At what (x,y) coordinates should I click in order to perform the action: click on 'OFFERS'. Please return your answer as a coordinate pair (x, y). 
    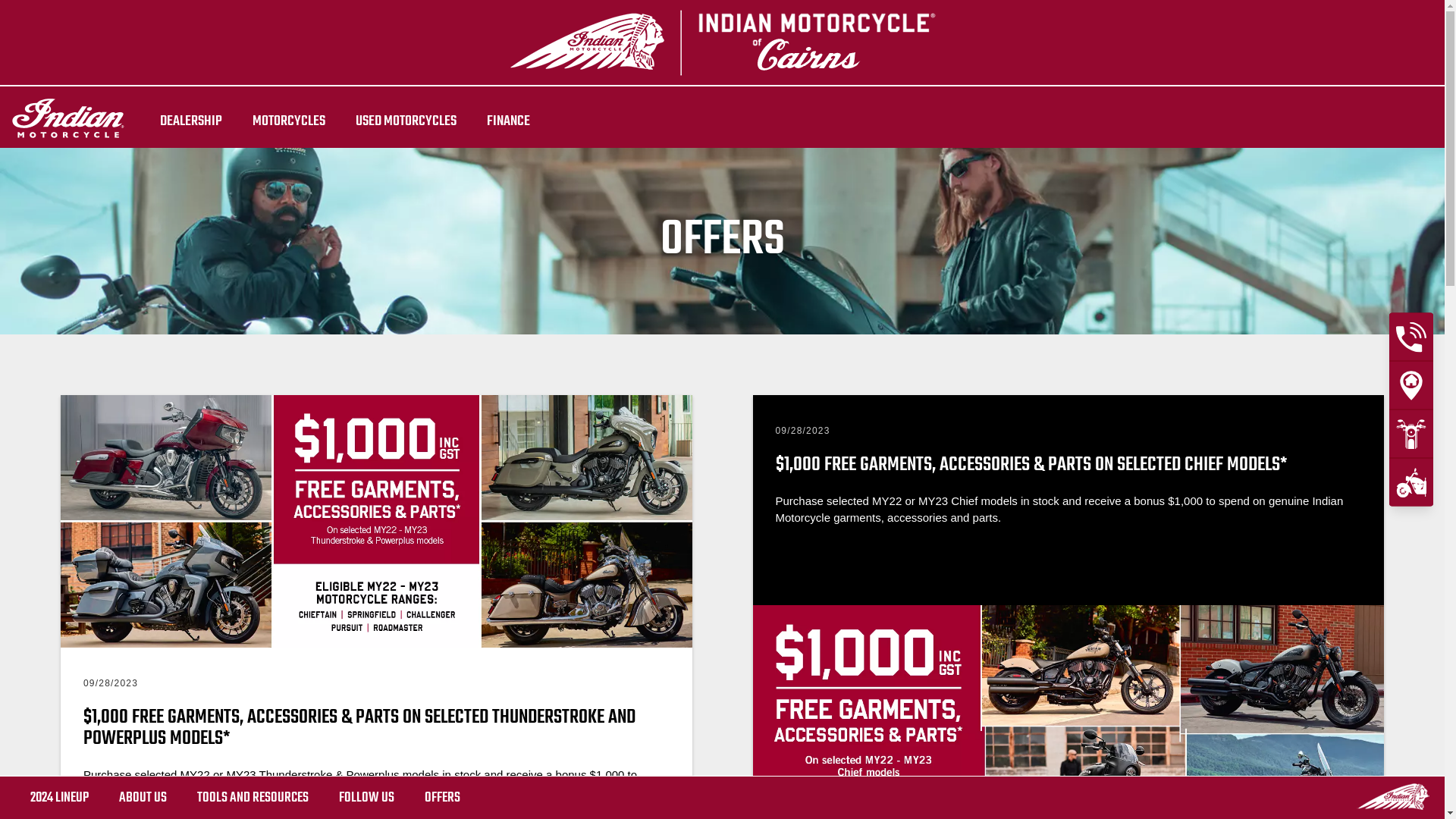
    Looking at the image, I should click on (441, 797).